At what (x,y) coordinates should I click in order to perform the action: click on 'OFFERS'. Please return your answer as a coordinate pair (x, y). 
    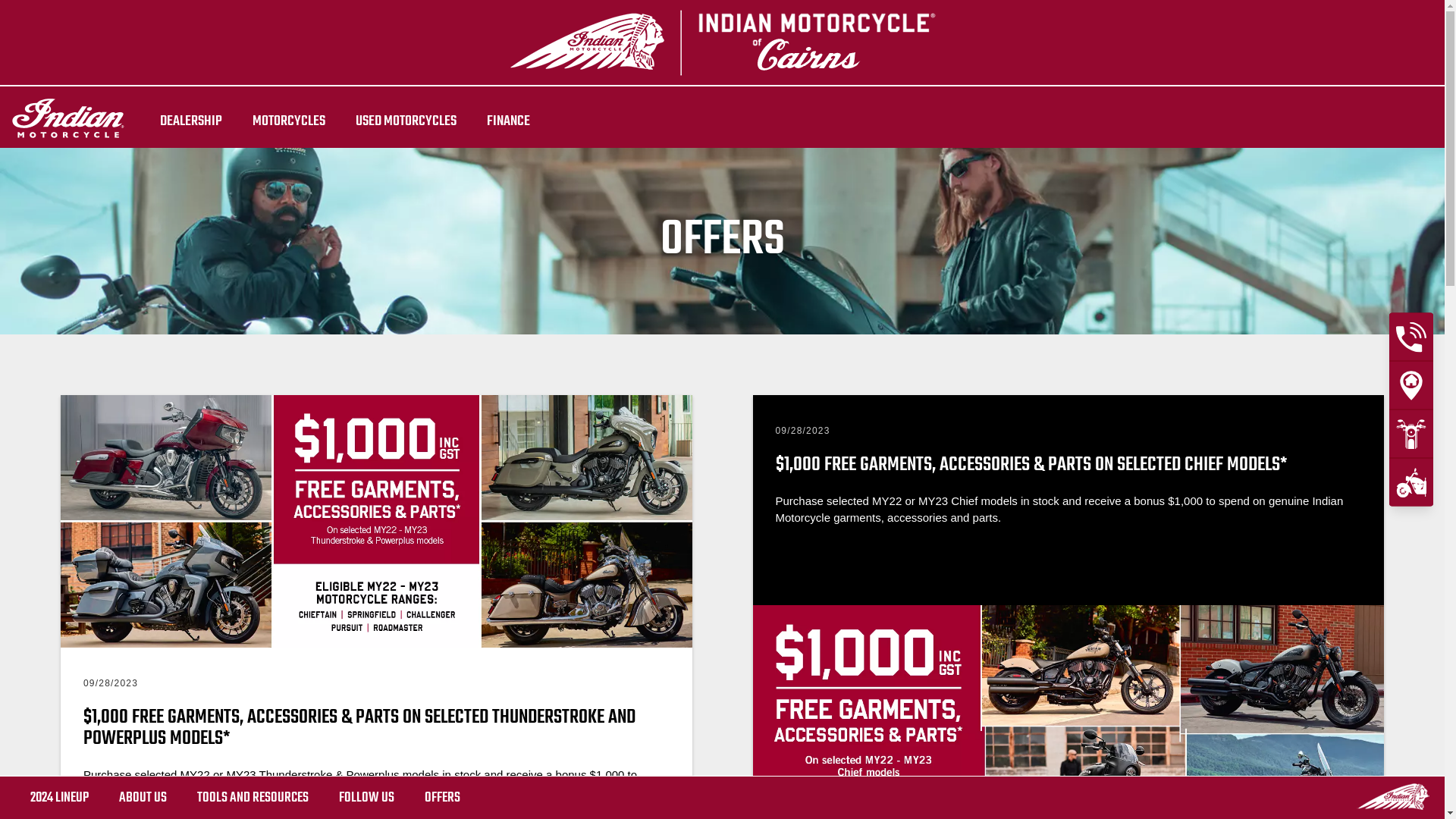
    Looking at the image, I should click on (441, 797).